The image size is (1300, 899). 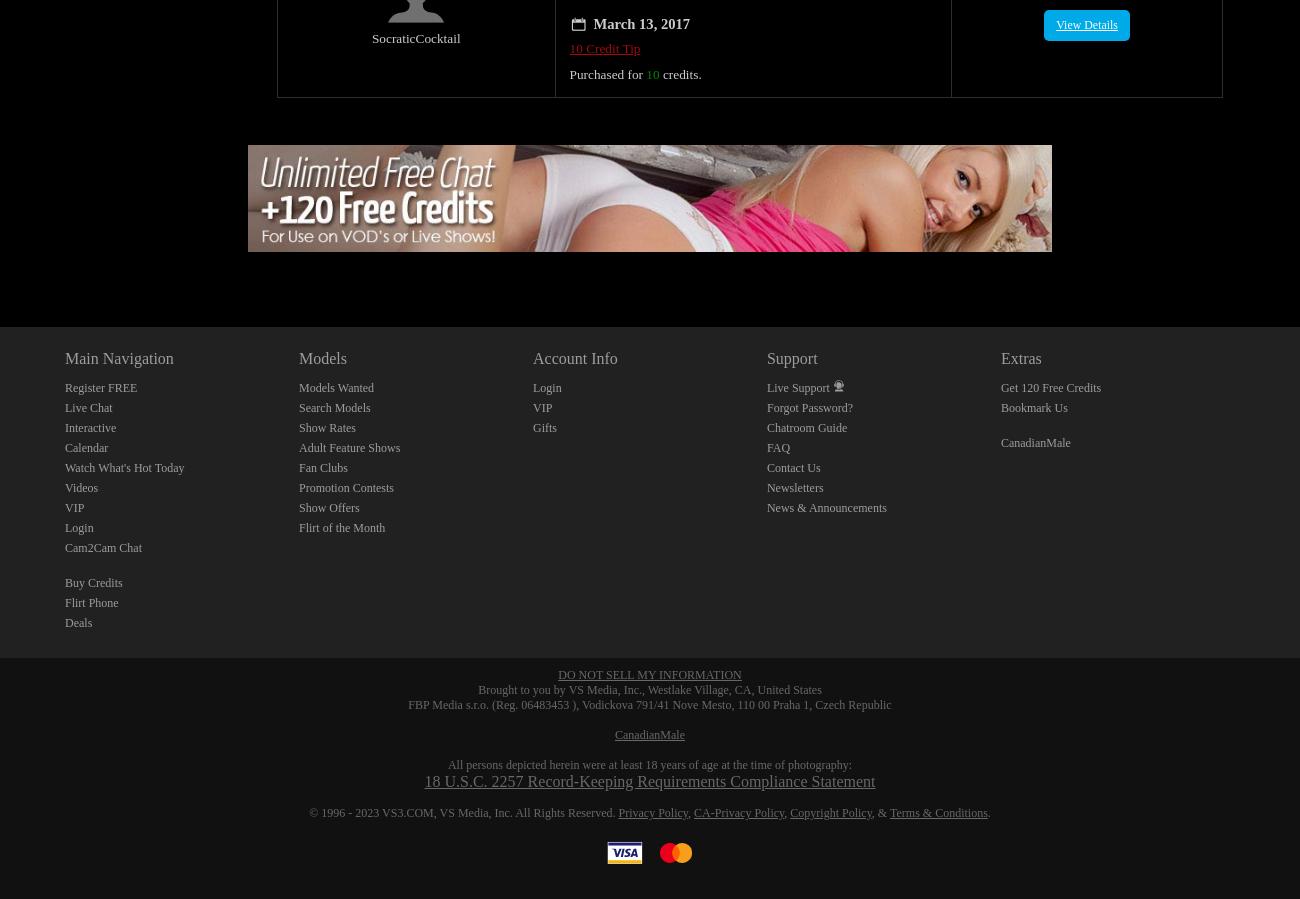 I want to click on 'Contact Us', so click(x=792, y=444).